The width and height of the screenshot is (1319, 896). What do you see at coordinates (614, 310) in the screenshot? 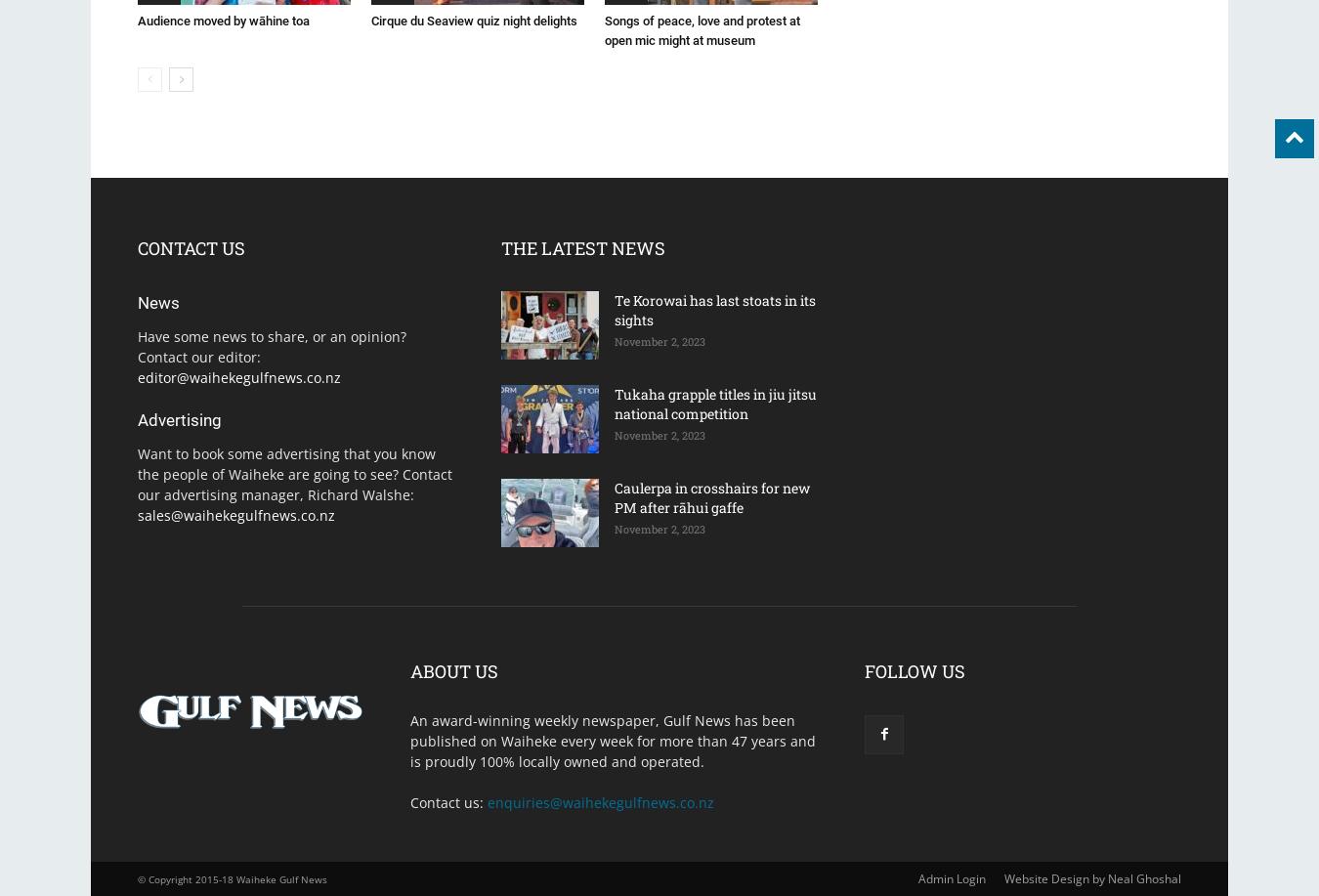
I see `'Te Korowai has last stoats in its sights'` at bounding box center [614, 310].